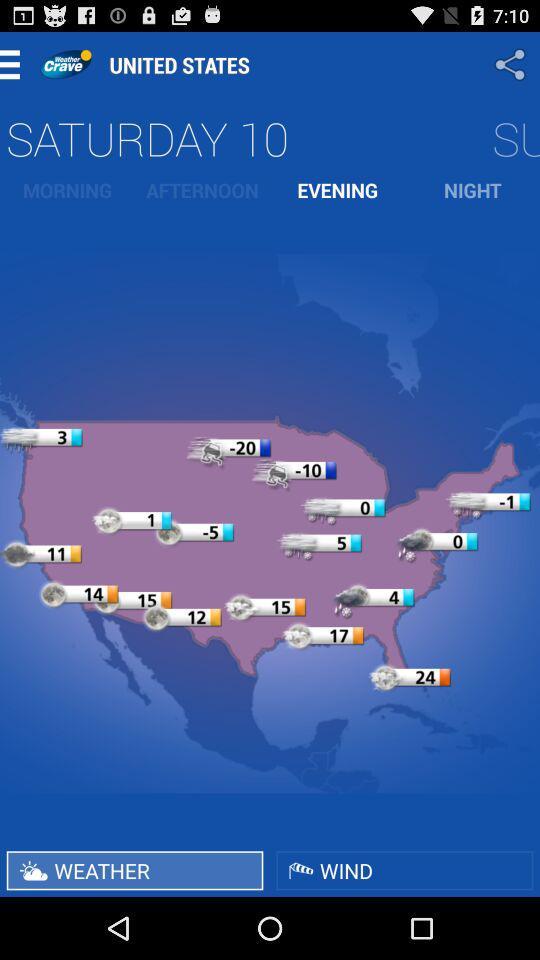  I want to click on the item next to the weather button, so click(404, 869).